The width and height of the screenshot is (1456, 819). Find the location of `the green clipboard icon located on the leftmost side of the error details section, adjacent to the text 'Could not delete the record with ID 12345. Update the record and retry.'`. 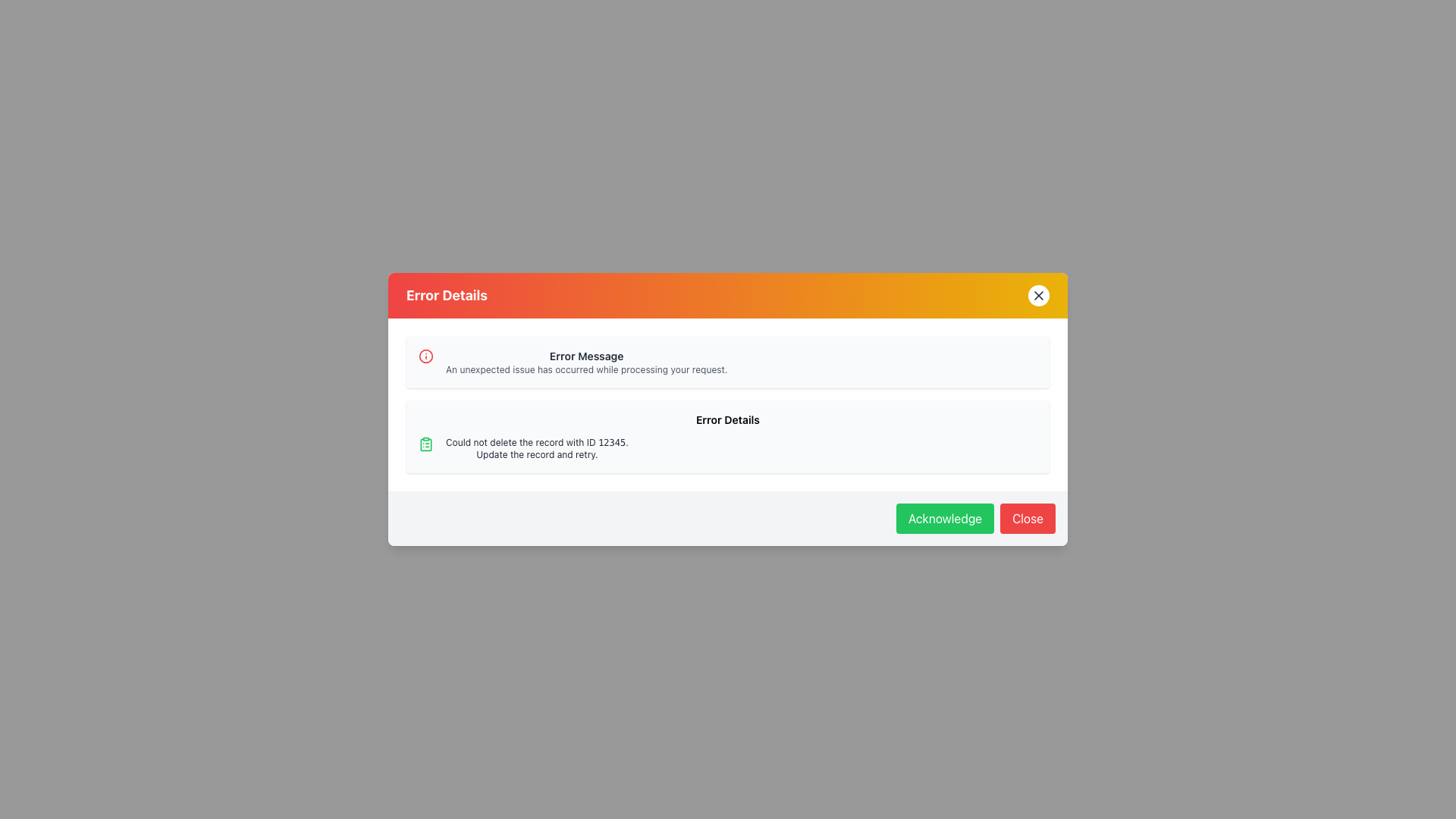

the green clipboard icon located on the leftmost side of the error details section, adjacent to the text 'Could not delete the record with ID 12345. Update the record and retry.' is located at coordinates (425, 444).